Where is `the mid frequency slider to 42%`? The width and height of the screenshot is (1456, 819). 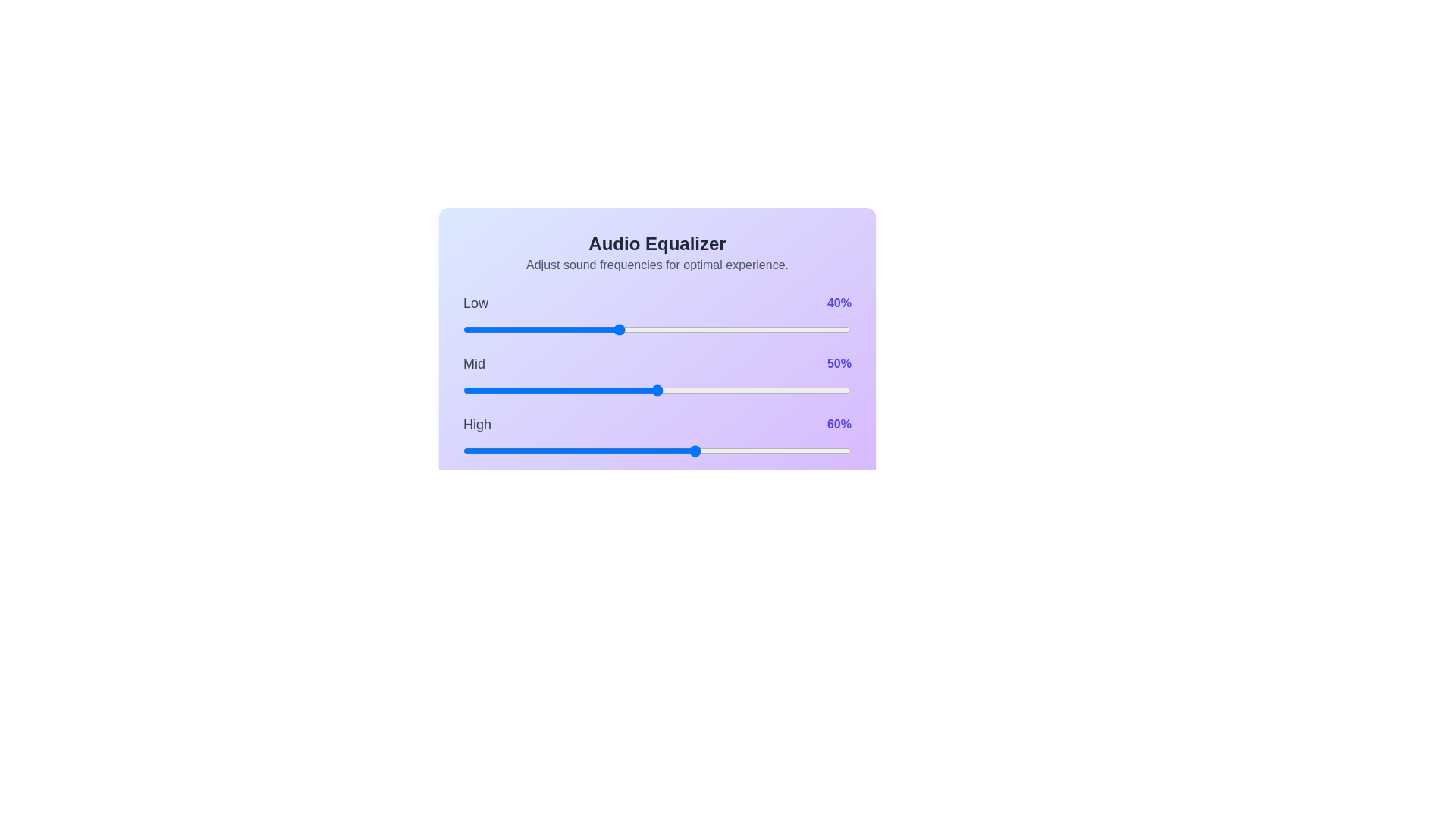 the mid frequency slider to 42% is located at coordinates (626, 390).